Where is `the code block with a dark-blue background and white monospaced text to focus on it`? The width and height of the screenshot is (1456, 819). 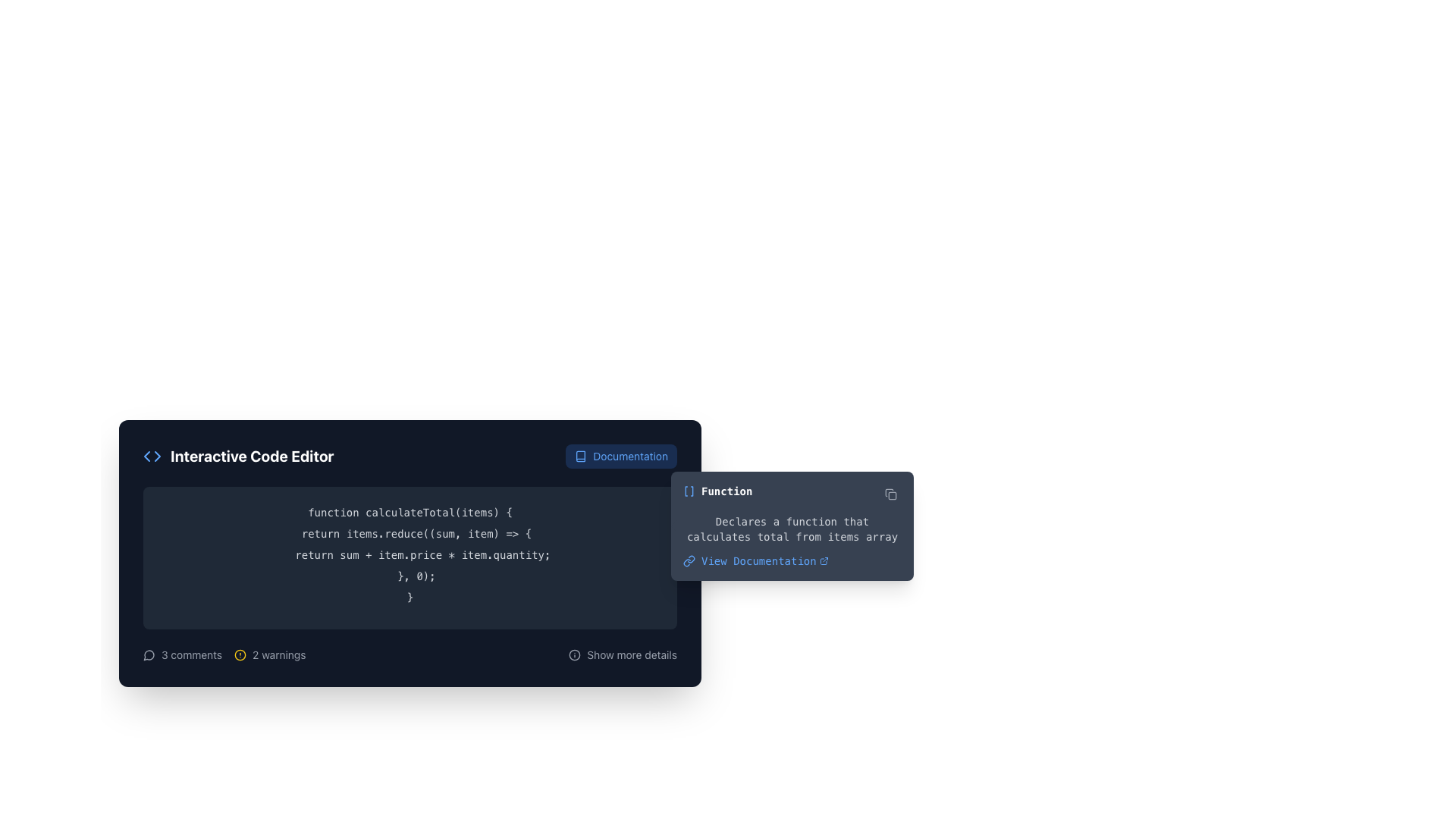 the code block with a dark-blue background and white monospaced text to focus on it is located at coordinates (410, 558).